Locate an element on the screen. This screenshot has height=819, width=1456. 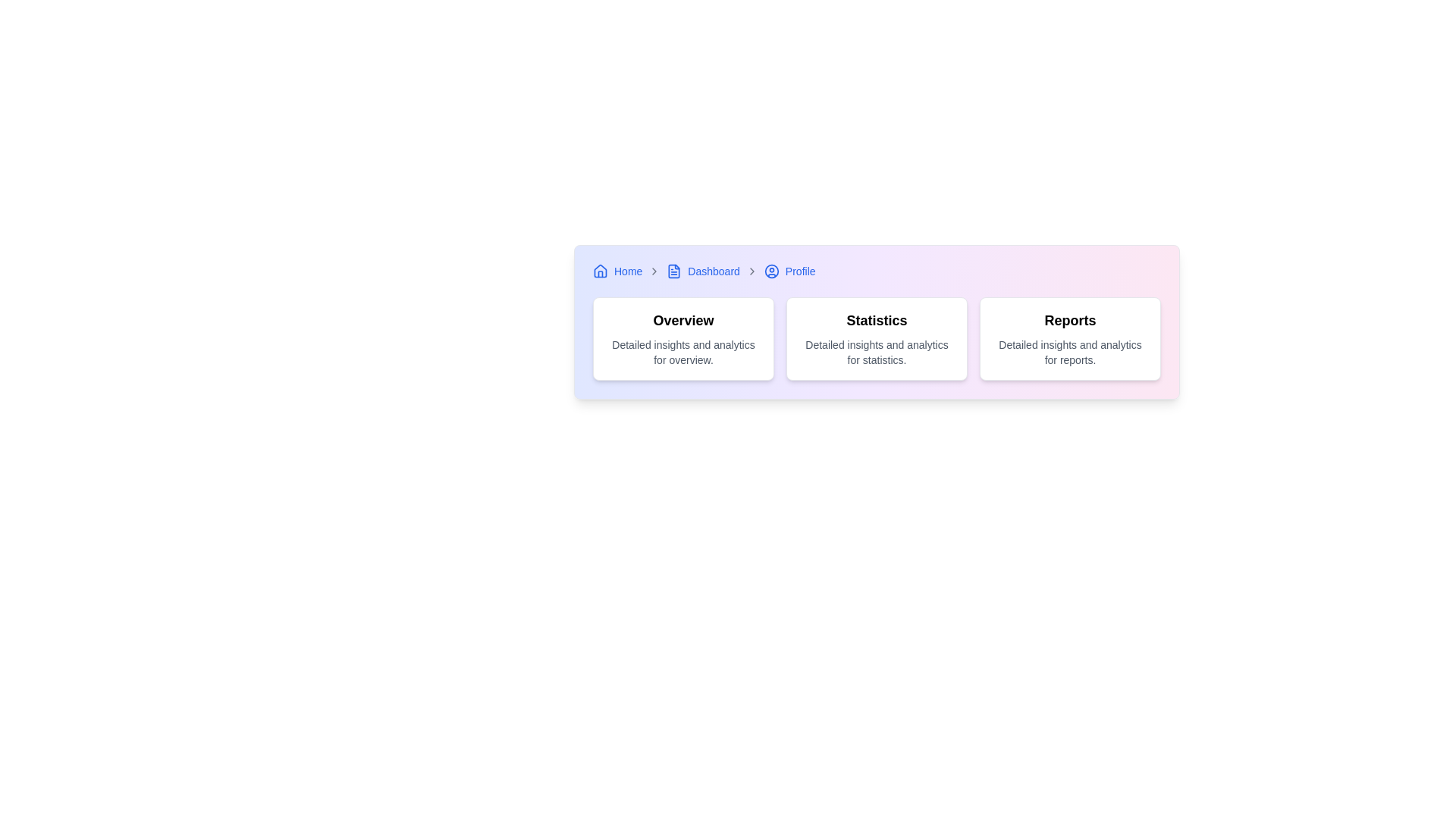
the Breadcrumb navigation bar is located at coordinates (877, 271).